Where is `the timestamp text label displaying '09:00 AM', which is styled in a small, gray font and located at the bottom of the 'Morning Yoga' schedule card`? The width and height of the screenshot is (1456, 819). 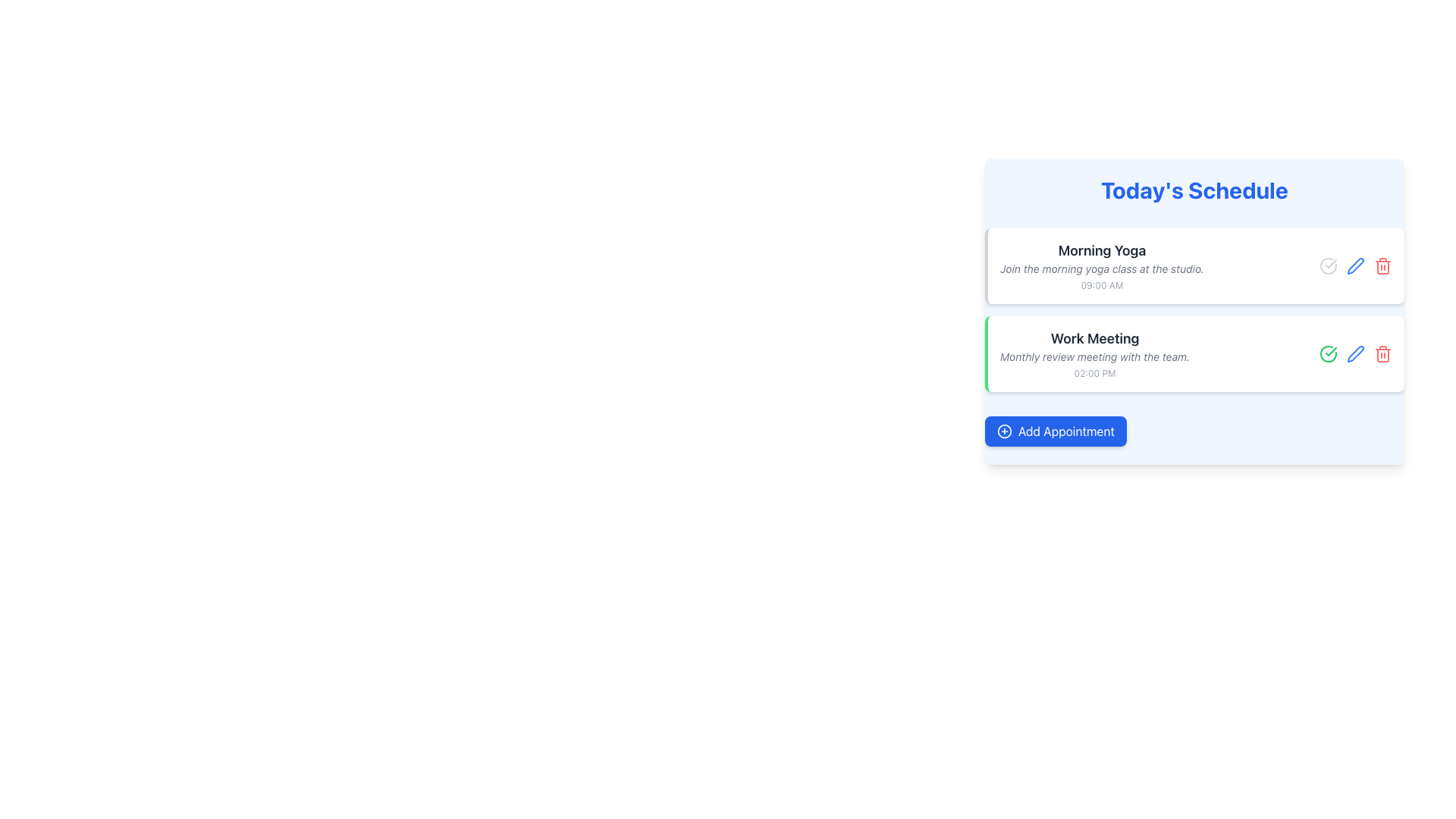
the timestamp text label displaying '09:00 AM', which is styled in a small, gray font and located at the bottom of the 'Morning Yoga' schedule card is located at coordinates (1102, 286).